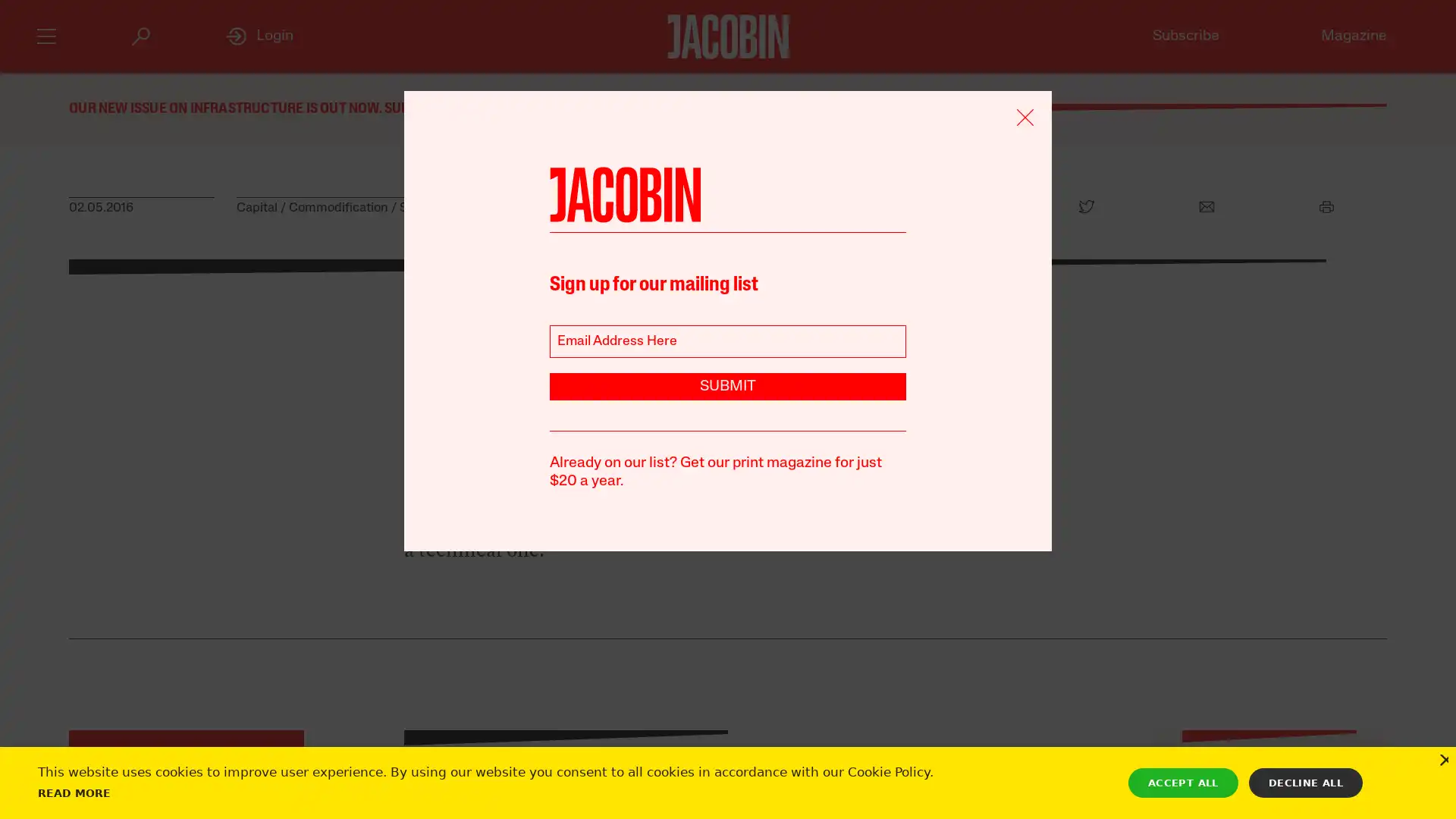  Describe the element at coordinates (140, 35) in the screenshot. I see `Search Icon` at that location.